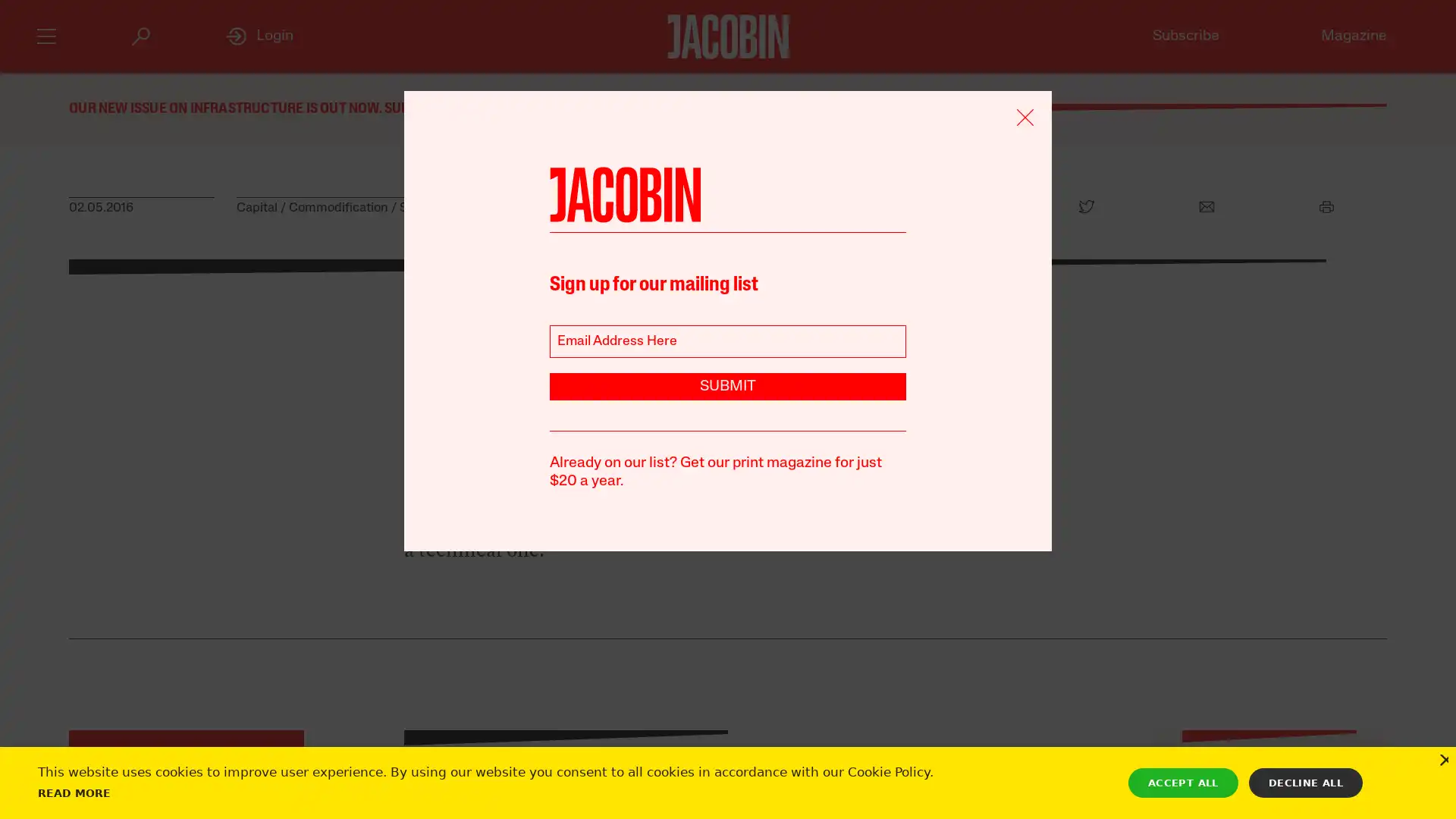  Describe the element at coordinates (140, 35) in the screenshot. I see `Search Icon` at that location.